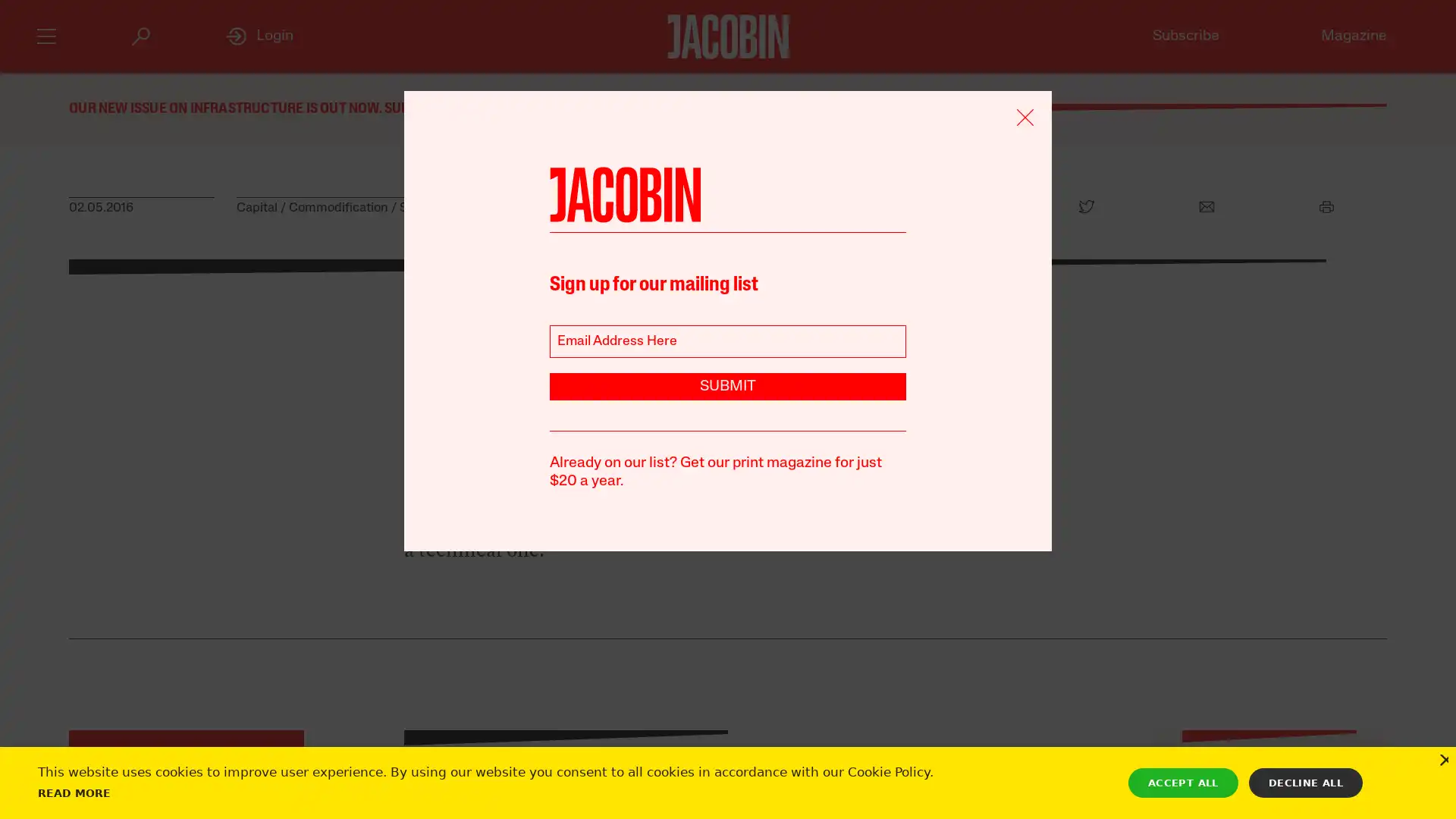  Describe the element at coordinates (140, 35) in the screenshot. I see `Search Icon` at that location.